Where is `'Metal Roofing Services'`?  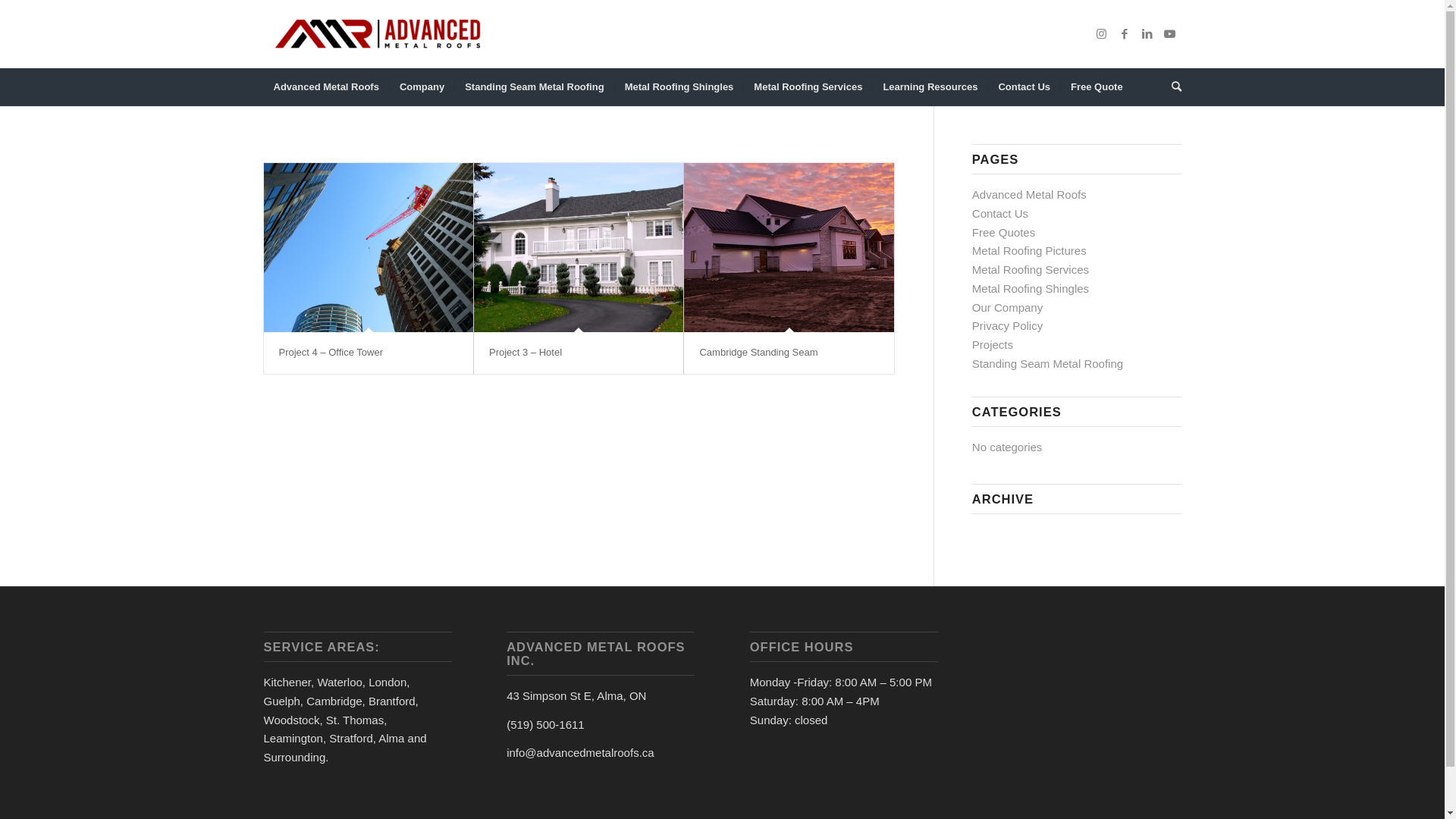 'Metal Roofing Services' is located at coordinates (807, 87).